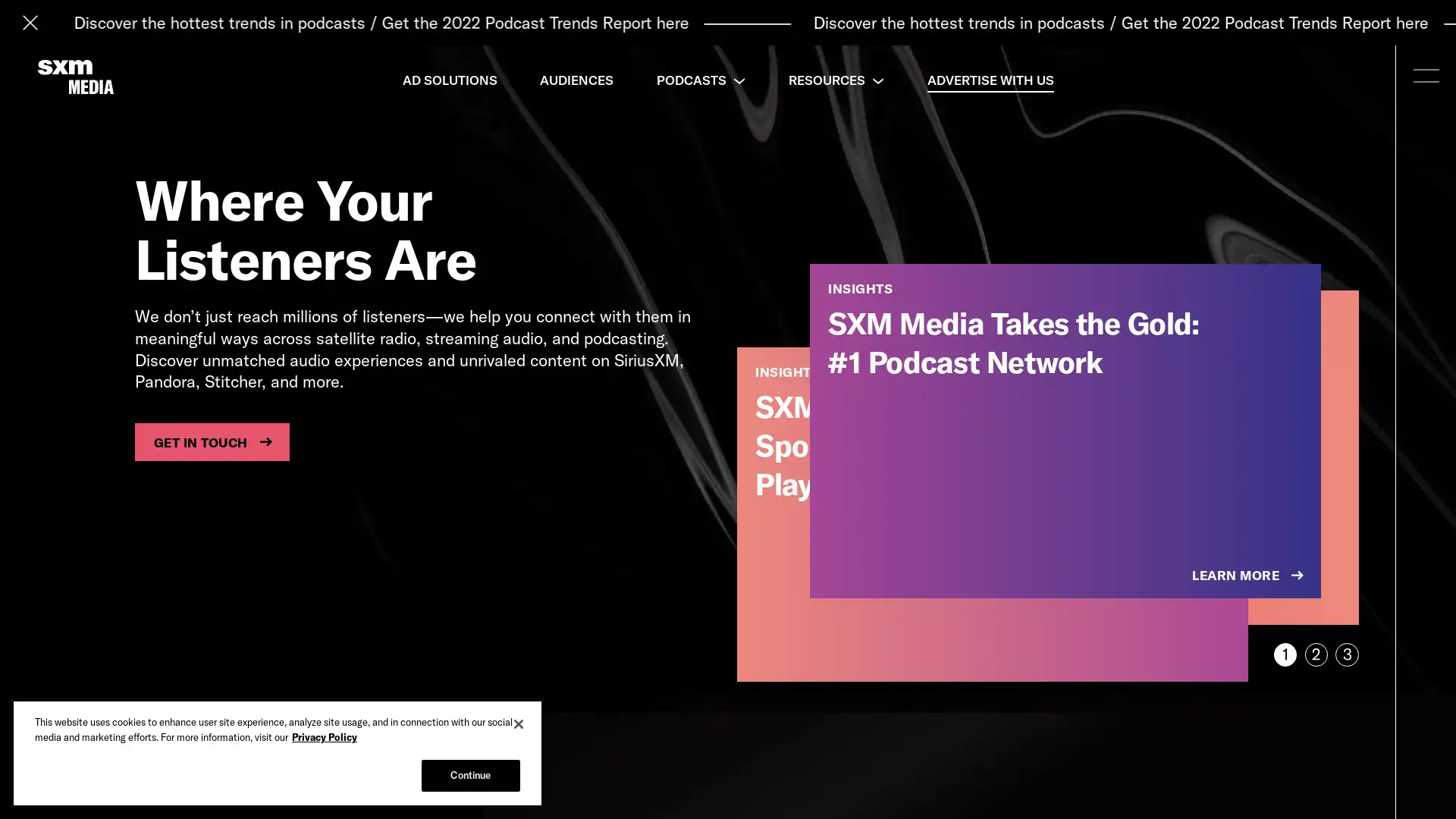 Image resolution: width=1456 pixels, height=819 pixels. Describe the element at coordinates (519, 723) in the screenshot. I see `Close` at that location.